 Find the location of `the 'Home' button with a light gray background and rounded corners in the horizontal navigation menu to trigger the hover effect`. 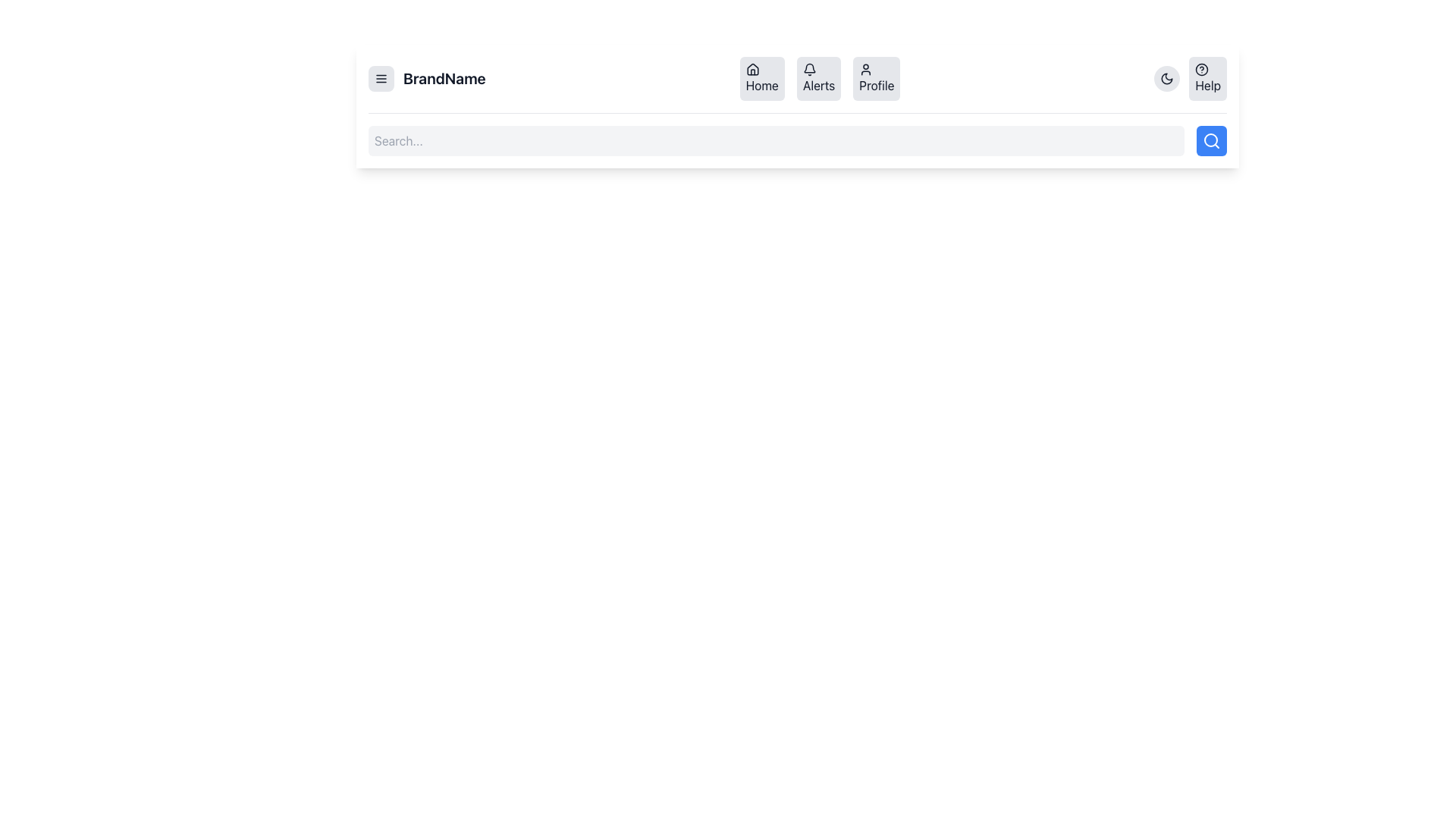

the 'Home' button with a light gray background and rounded corners in the horizontal navigation menu to trigger the hover effect is located at coordinates (762, 79).